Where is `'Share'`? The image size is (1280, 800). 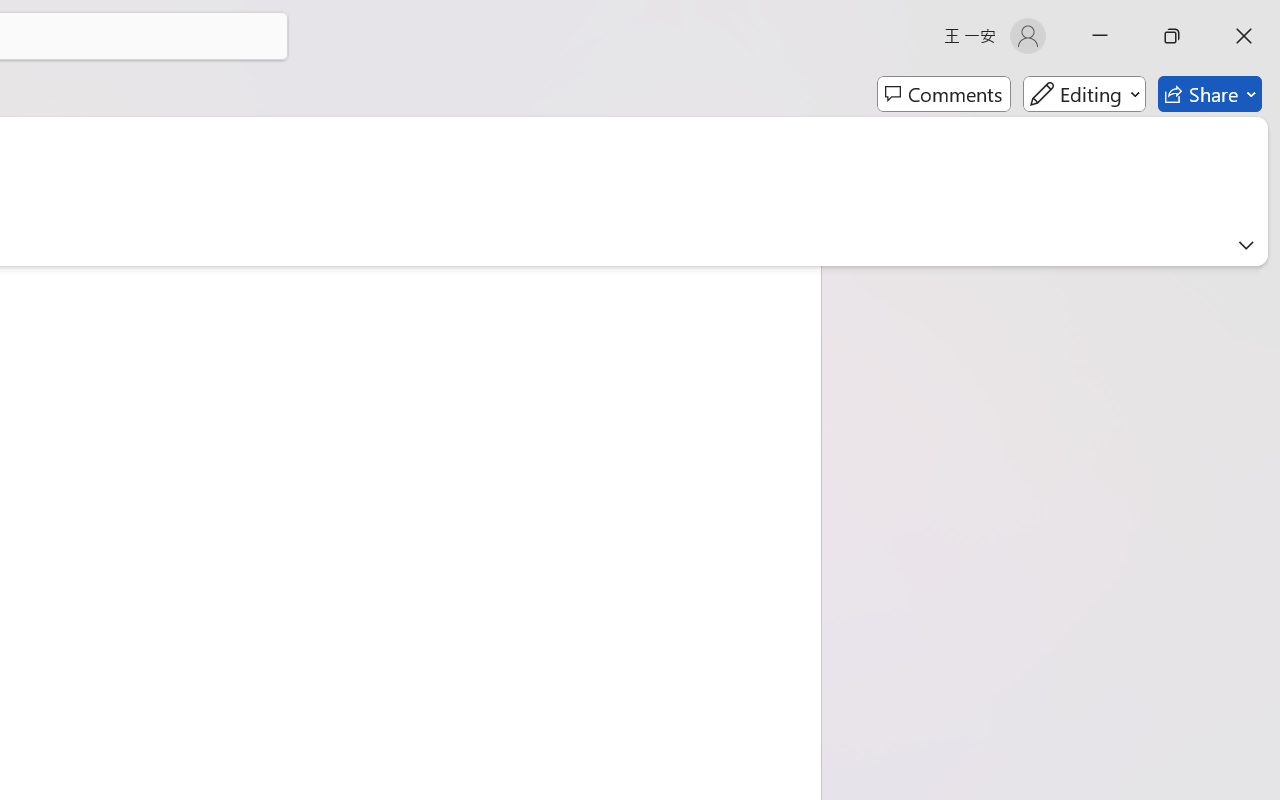
'Share' is located at coordinates (1209, 94).